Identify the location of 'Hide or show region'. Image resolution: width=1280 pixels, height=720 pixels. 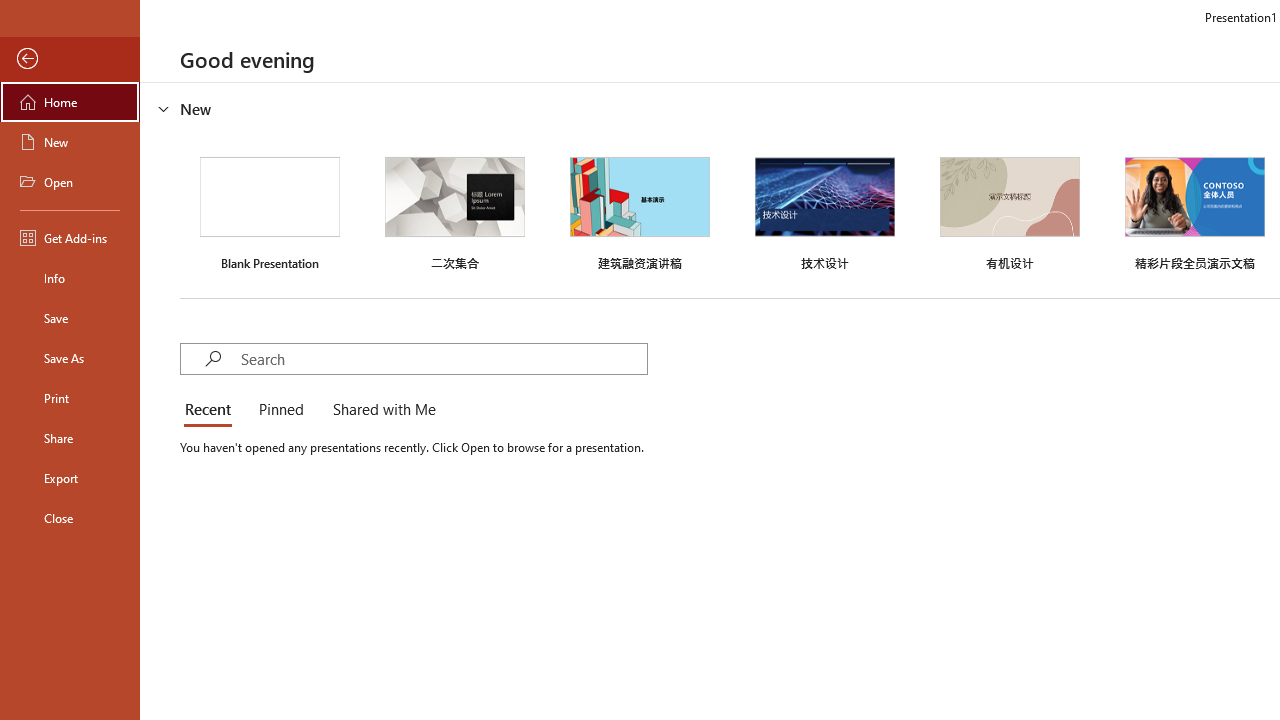
(164, 109).